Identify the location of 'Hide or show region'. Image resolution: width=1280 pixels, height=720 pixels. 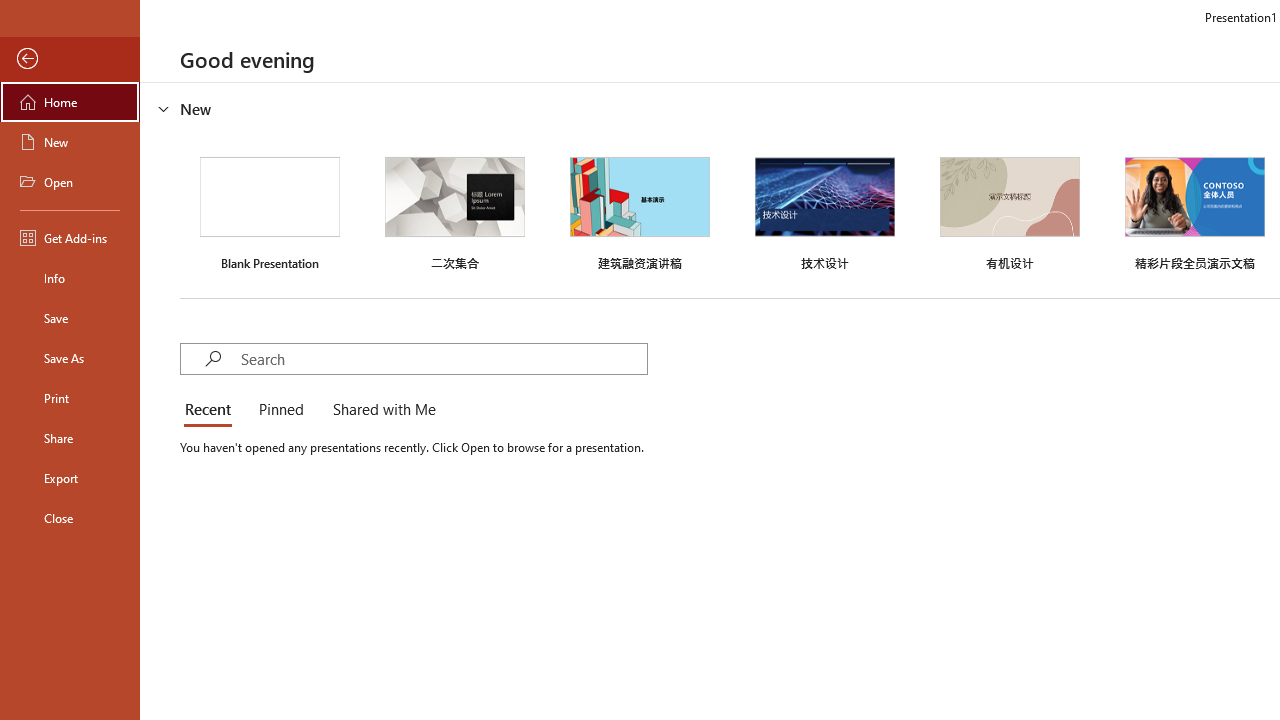
(164, 109).